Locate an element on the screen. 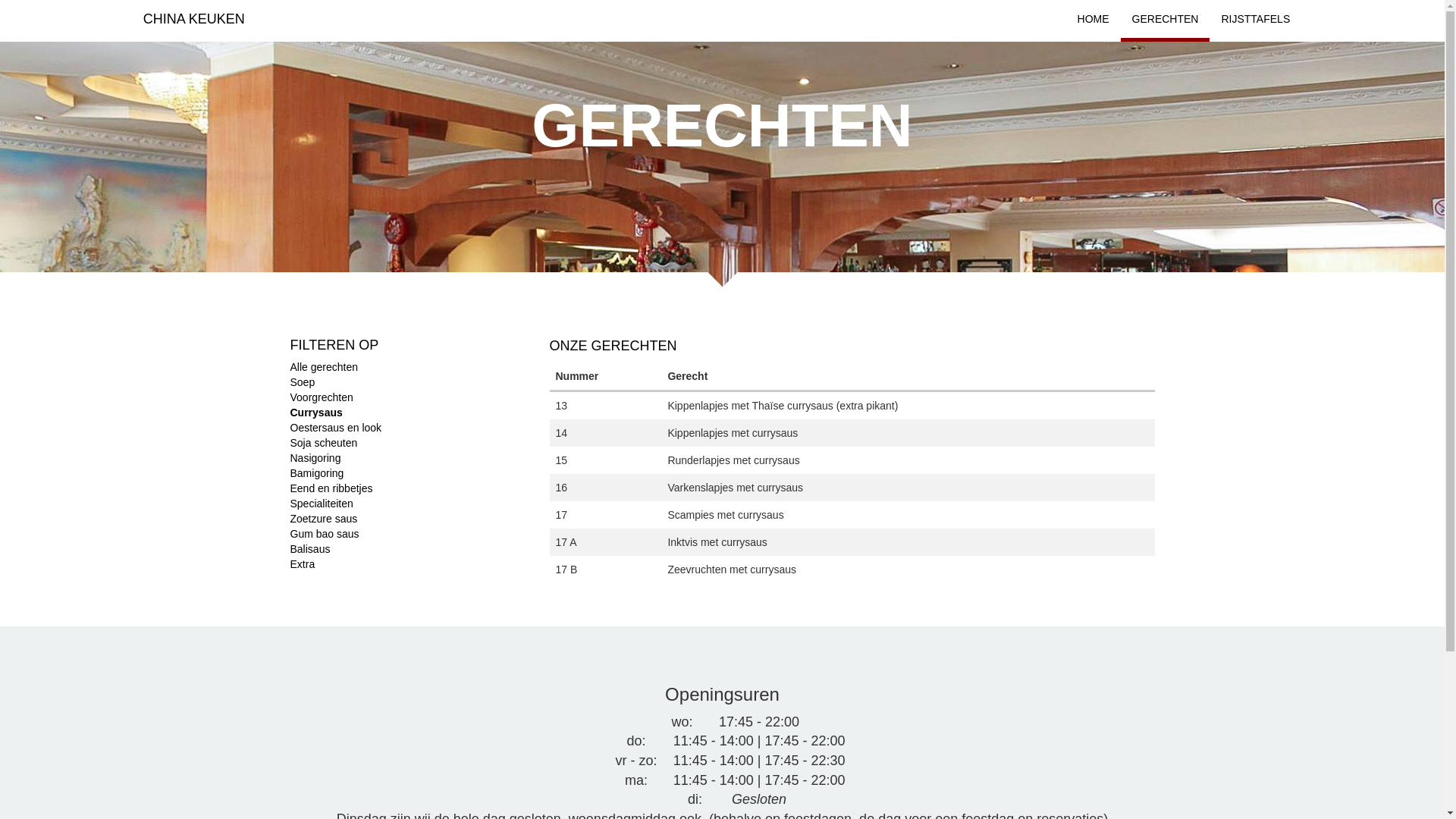 The height and width of the screenshot is (819, 1456). 'Balisaus' is located at coordinates (309, 549).